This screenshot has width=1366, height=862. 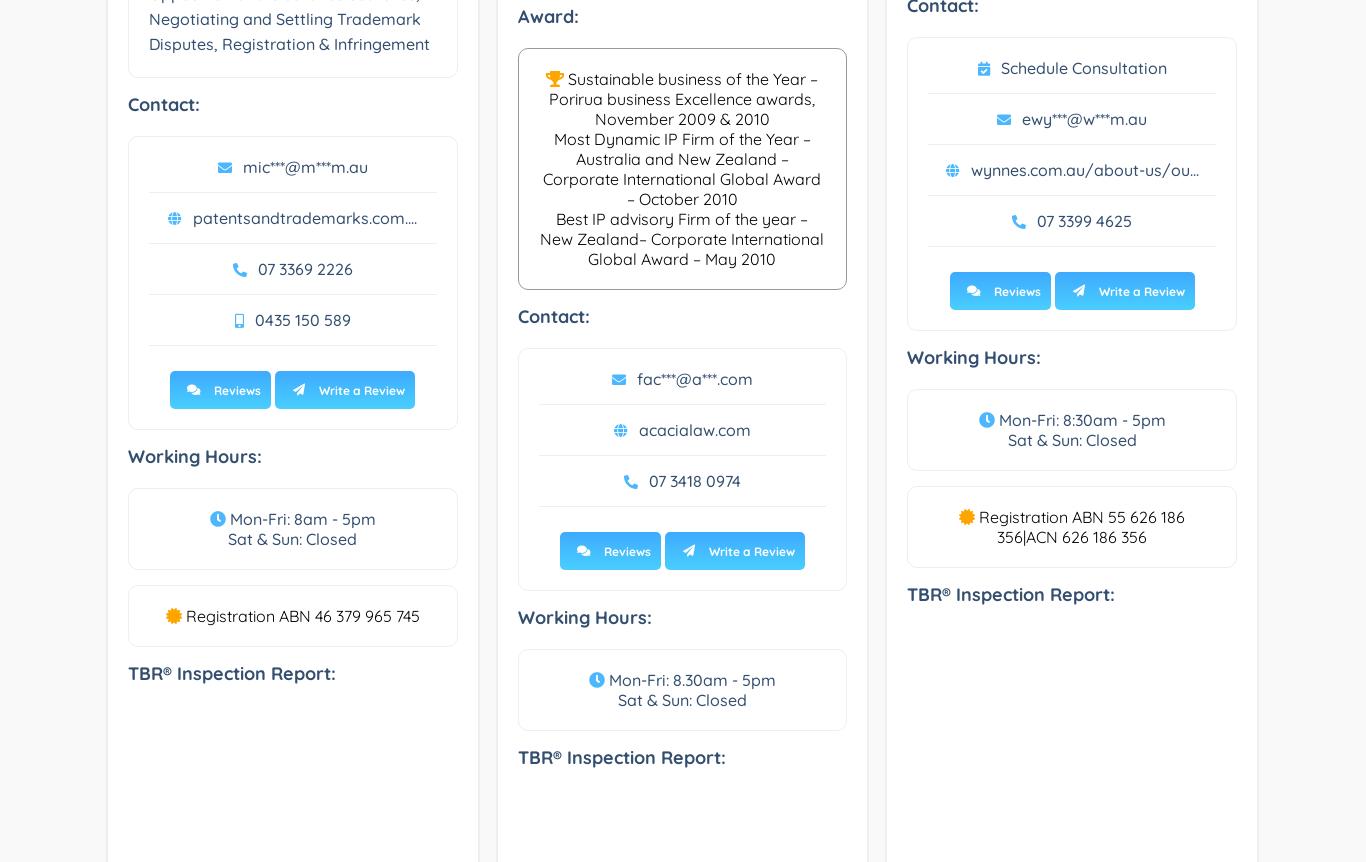 I want to click on 'Registration ABN 46 379 965 745', so click(x=179, y=615).